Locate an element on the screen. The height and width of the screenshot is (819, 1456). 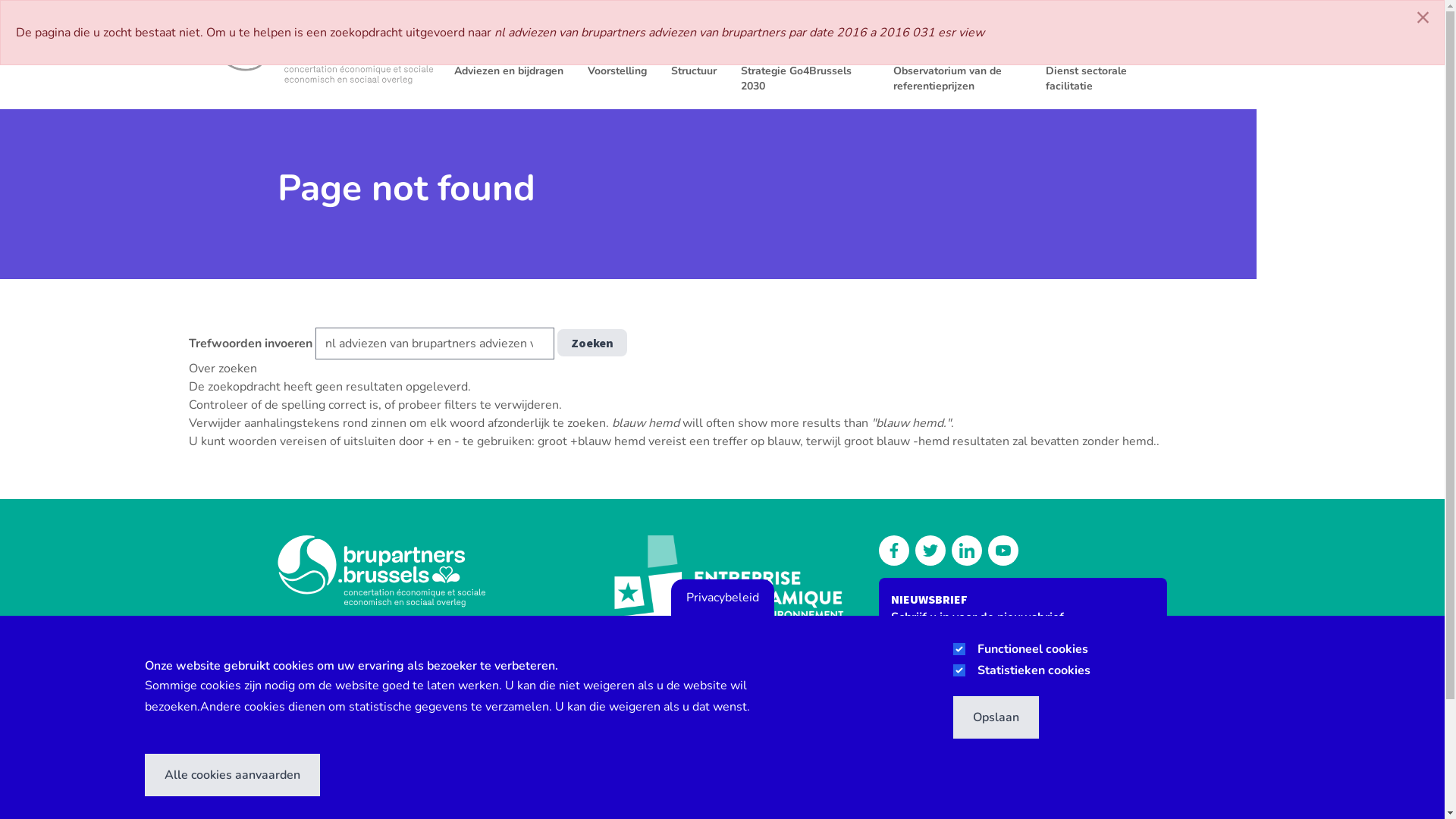
'Discover our Linkedin' is located at coordinates (966, 550).